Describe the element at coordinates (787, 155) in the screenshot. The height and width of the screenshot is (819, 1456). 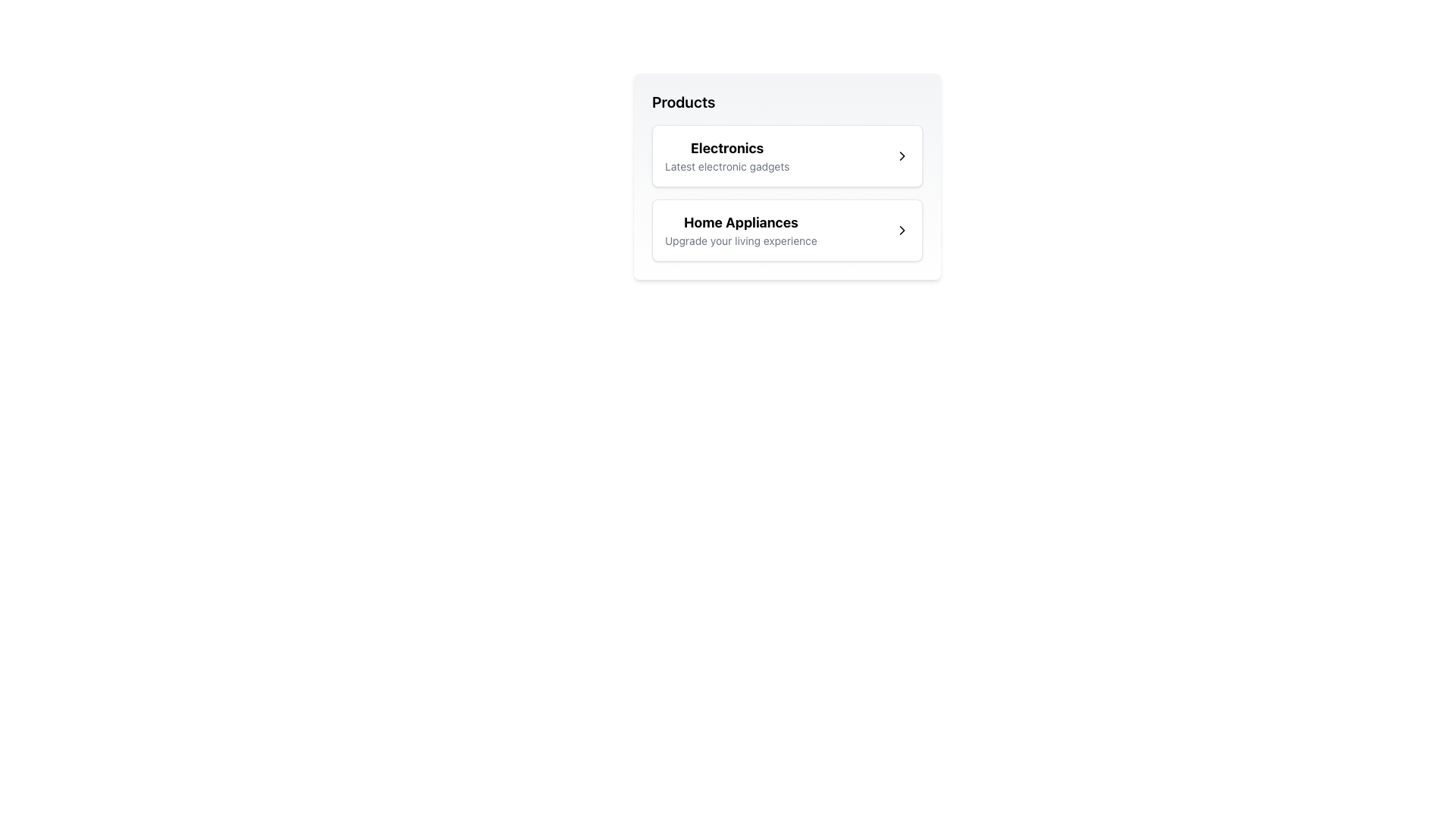
I see `the 'Electronics' category card` at that location.